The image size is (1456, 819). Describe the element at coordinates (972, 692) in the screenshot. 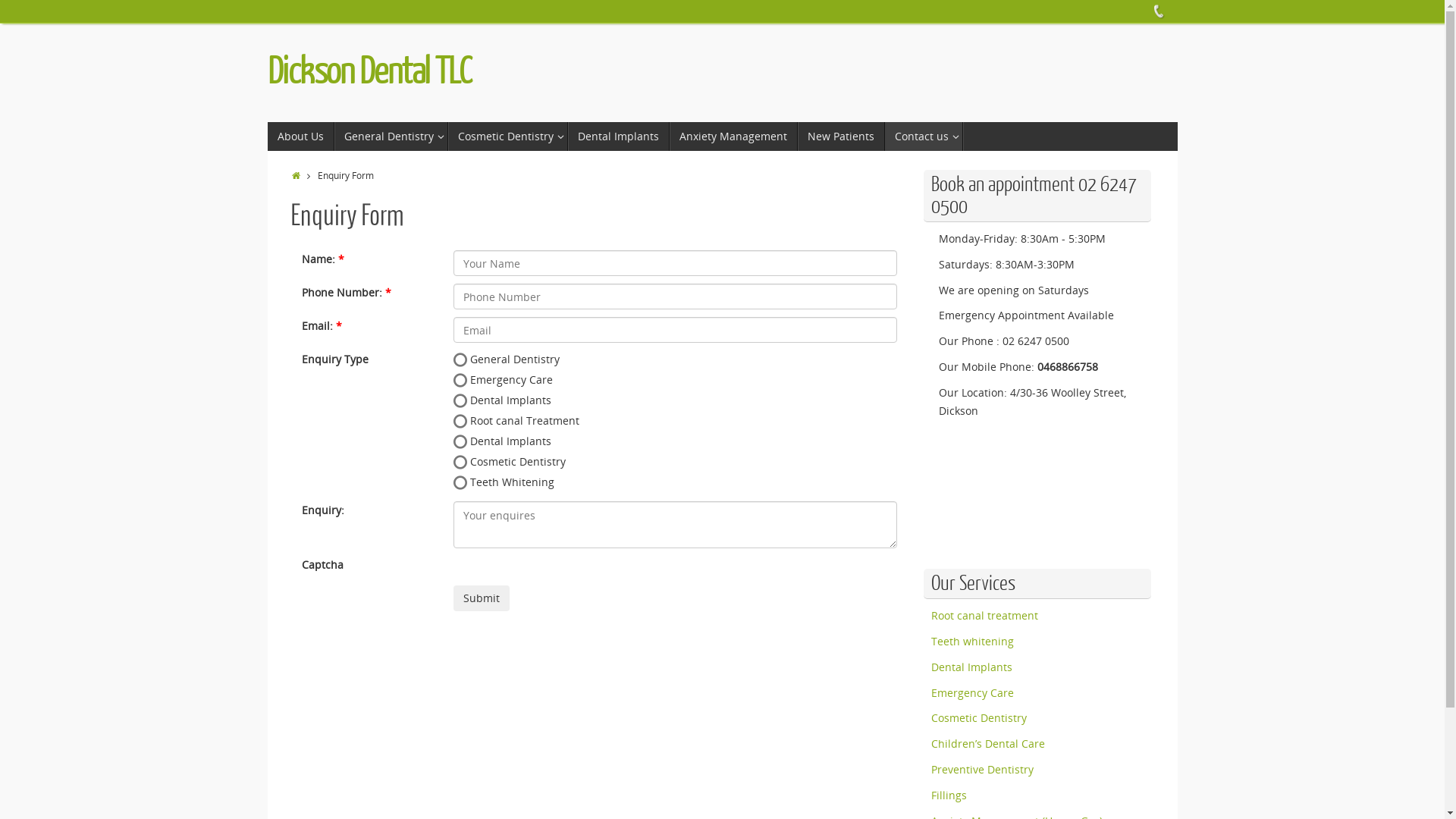

I see `'Emergency Care'` at that location.